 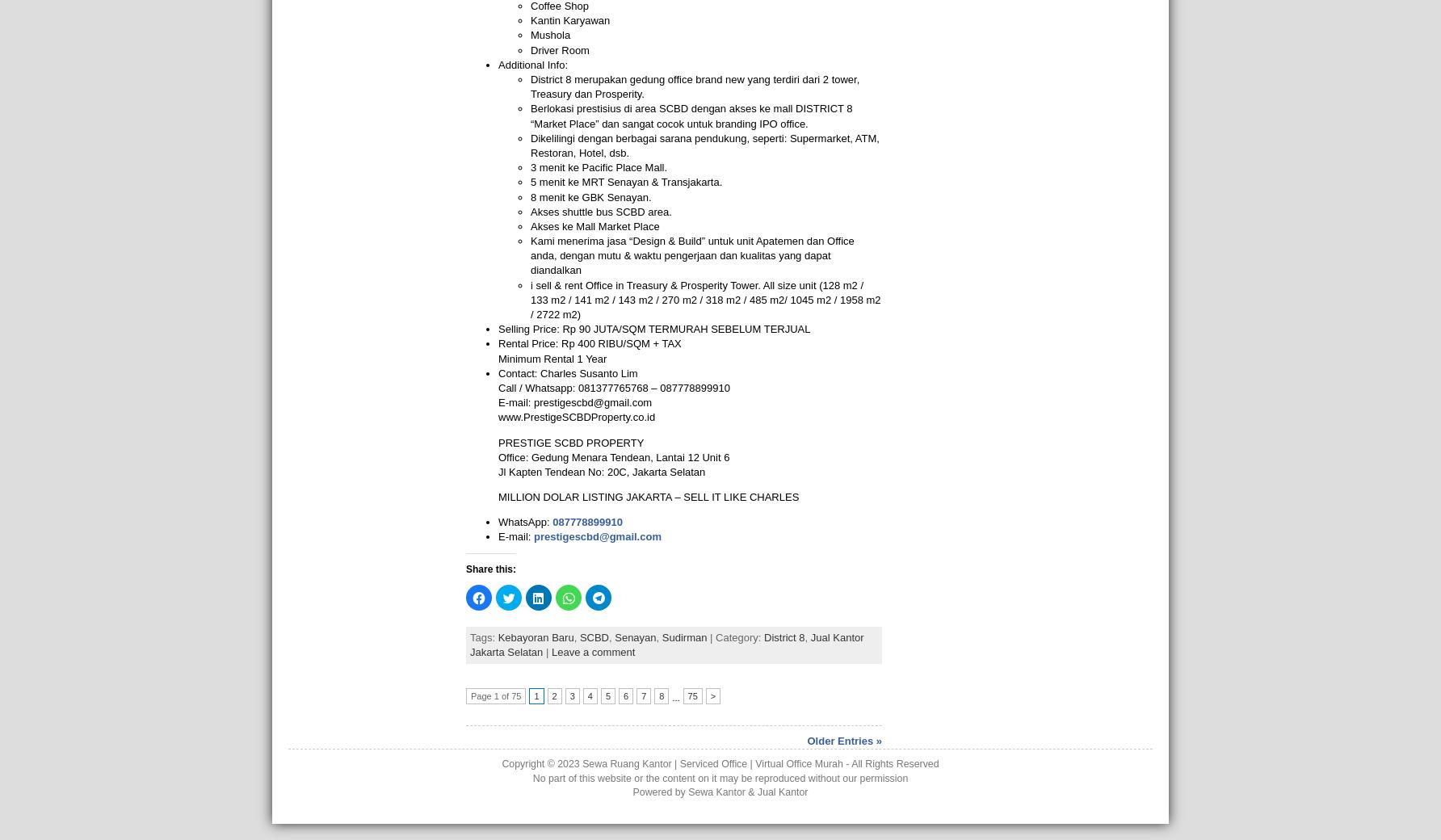 I want to click on 'Call / Whatsapp: 081377765768 – 087778899910', so click(x=613, y=387).